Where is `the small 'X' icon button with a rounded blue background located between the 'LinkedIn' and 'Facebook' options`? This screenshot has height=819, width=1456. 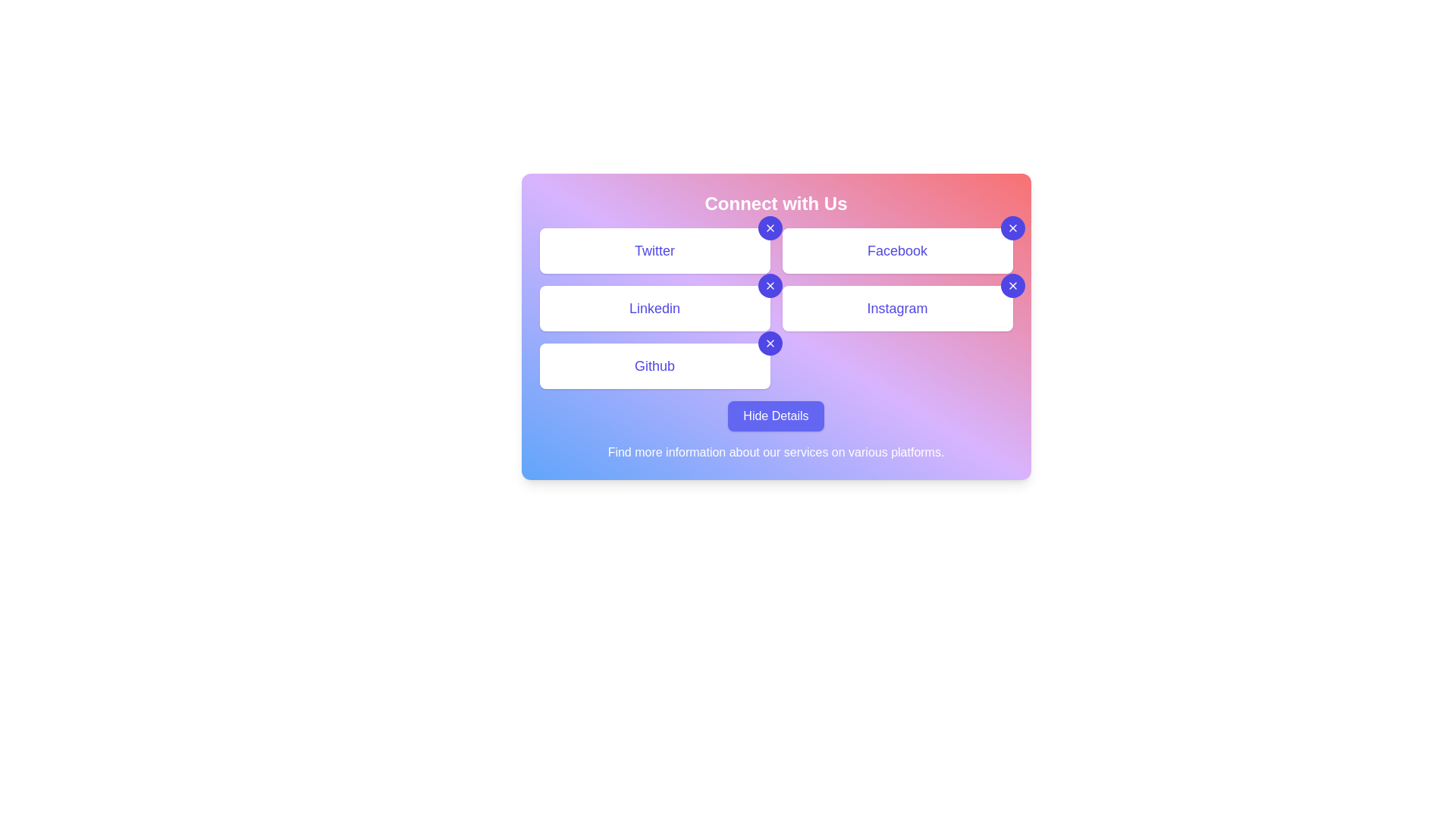
the small 'X' icon button with a rounded blue background located between the 'LinkedIn' and 'Facebook' options is located at coordinates (770, 286).